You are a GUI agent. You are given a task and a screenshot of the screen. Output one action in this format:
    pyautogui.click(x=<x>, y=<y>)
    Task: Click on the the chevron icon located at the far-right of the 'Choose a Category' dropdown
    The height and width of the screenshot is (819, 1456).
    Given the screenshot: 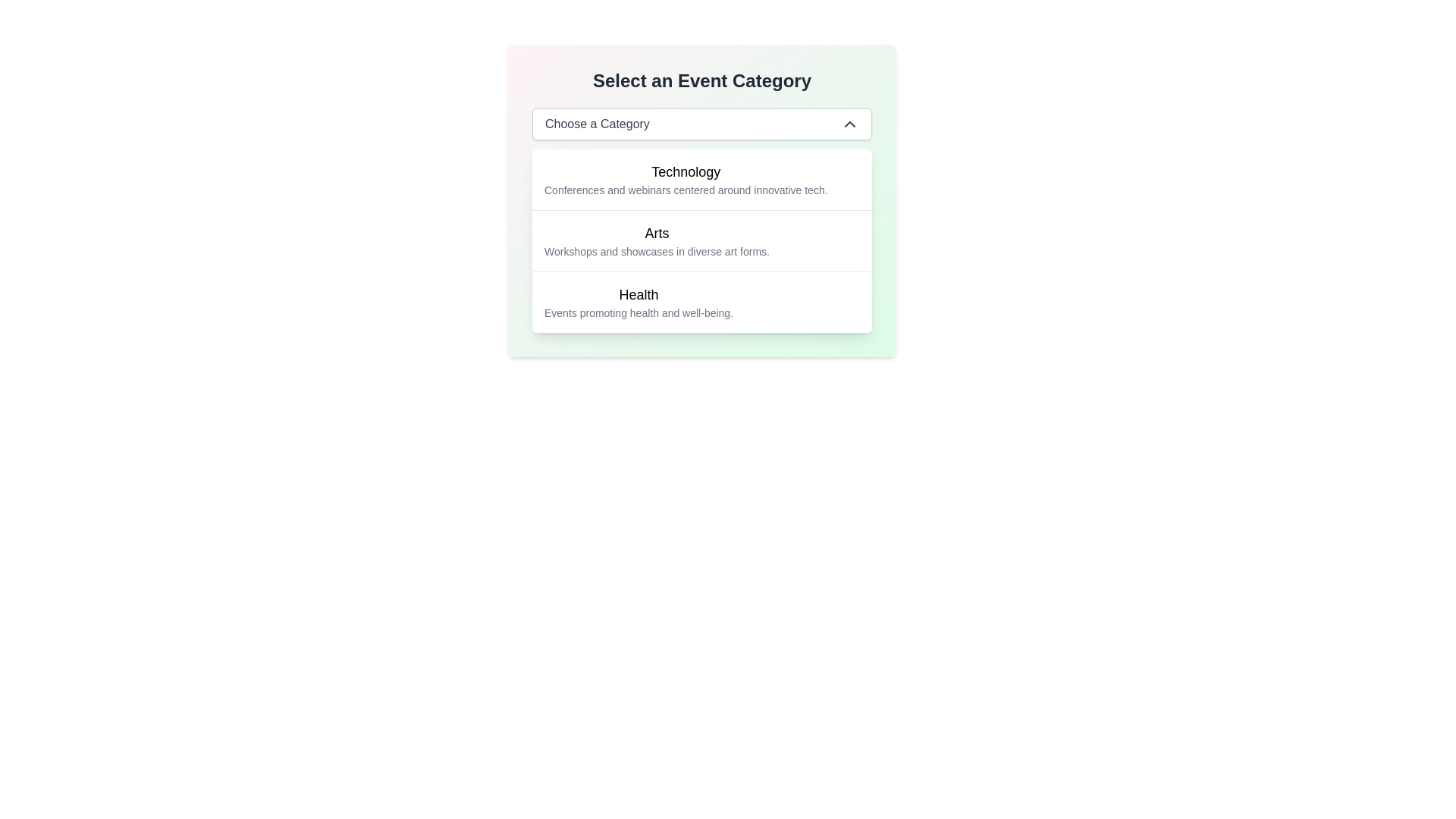 What is the action you would take?
    pyautogui.click(x=850, y=124)
    